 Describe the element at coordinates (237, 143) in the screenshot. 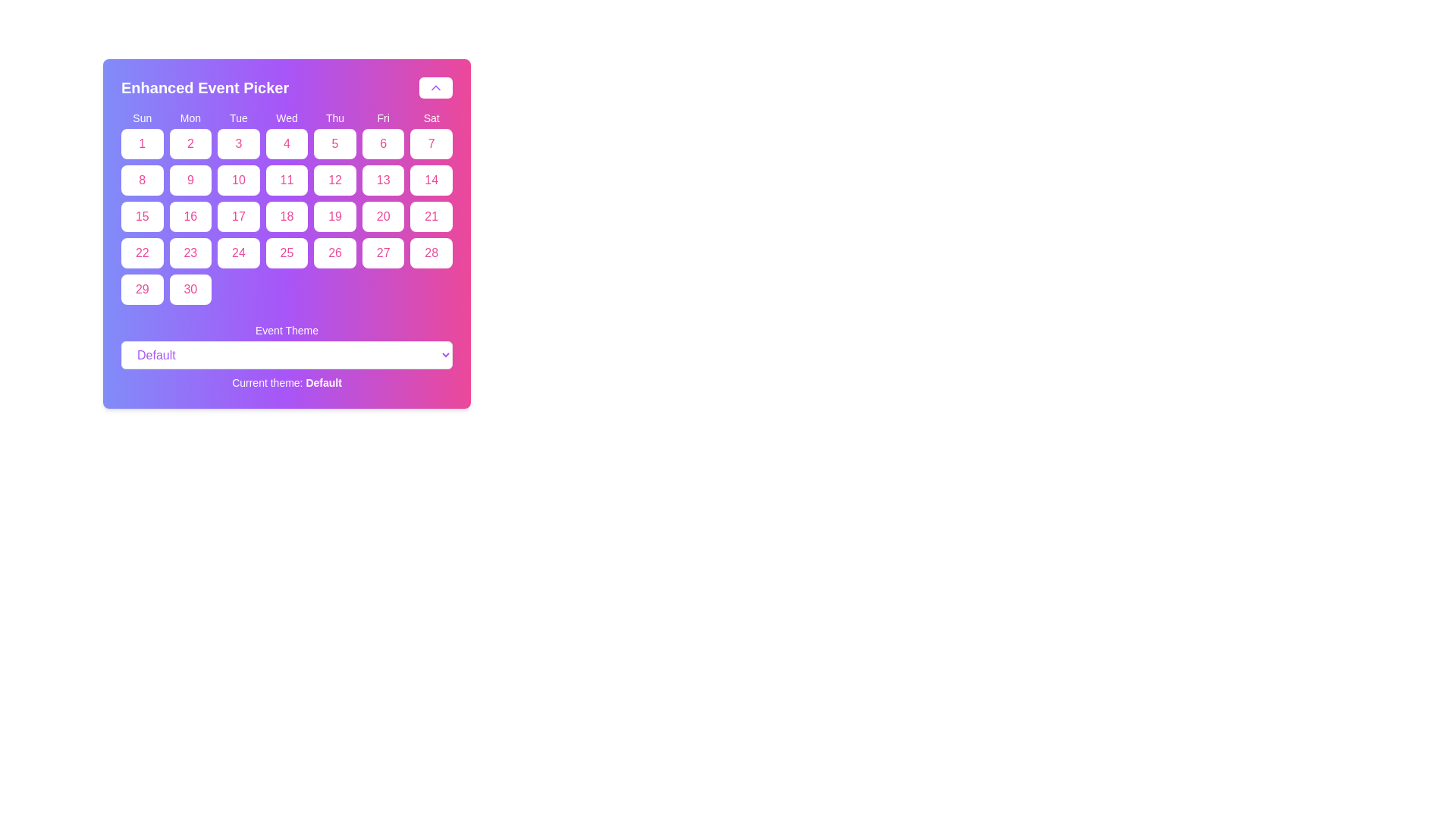

I see `the rounded rectangular button with a white background and pink text displaying the number '3', located in the first row and third column of the grid layout, to trigger the tooltip or visual effect` at that location.